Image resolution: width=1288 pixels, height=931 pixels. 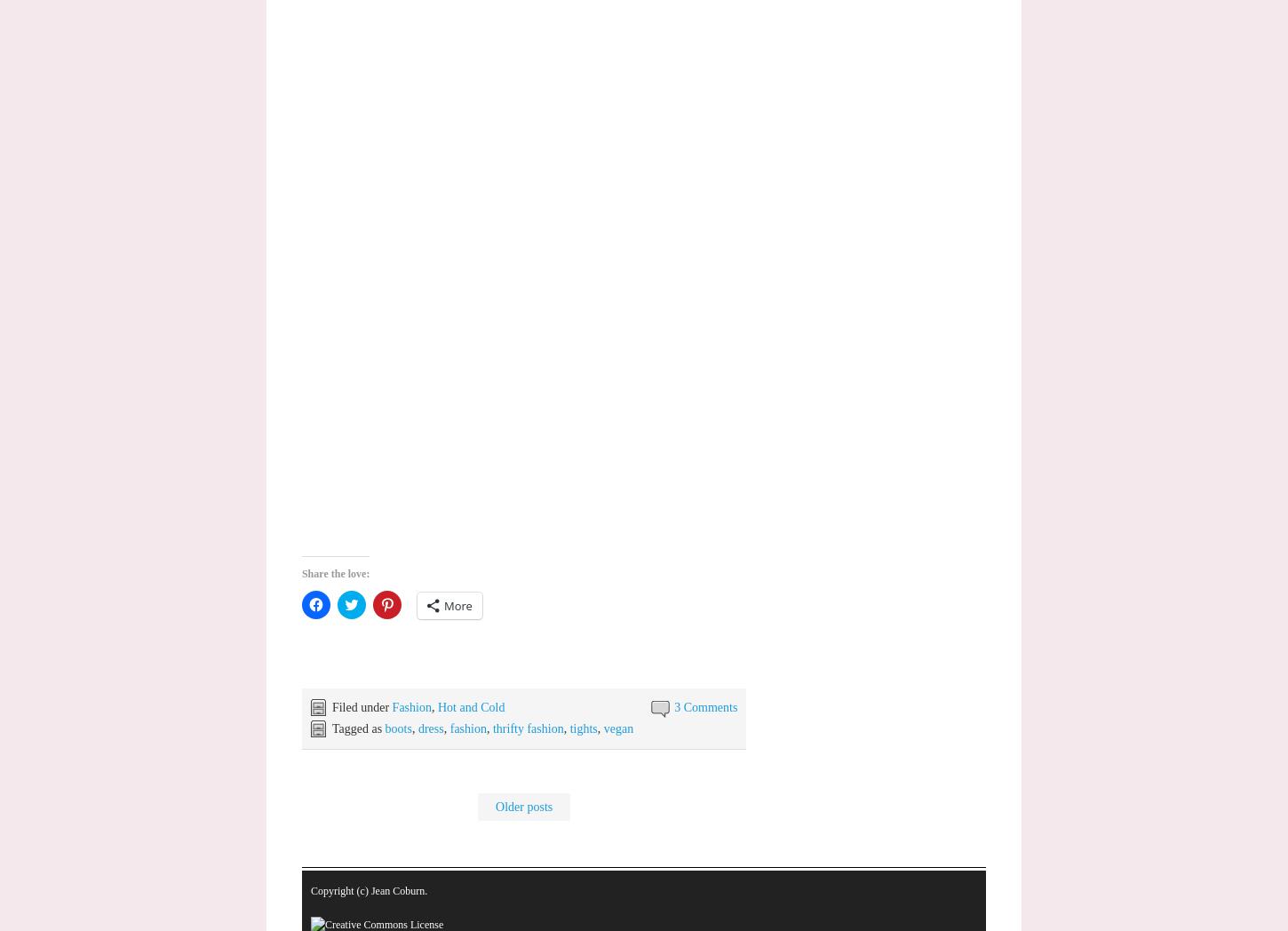 I want to click on 'Tagged as', so click(x=356, y=728).